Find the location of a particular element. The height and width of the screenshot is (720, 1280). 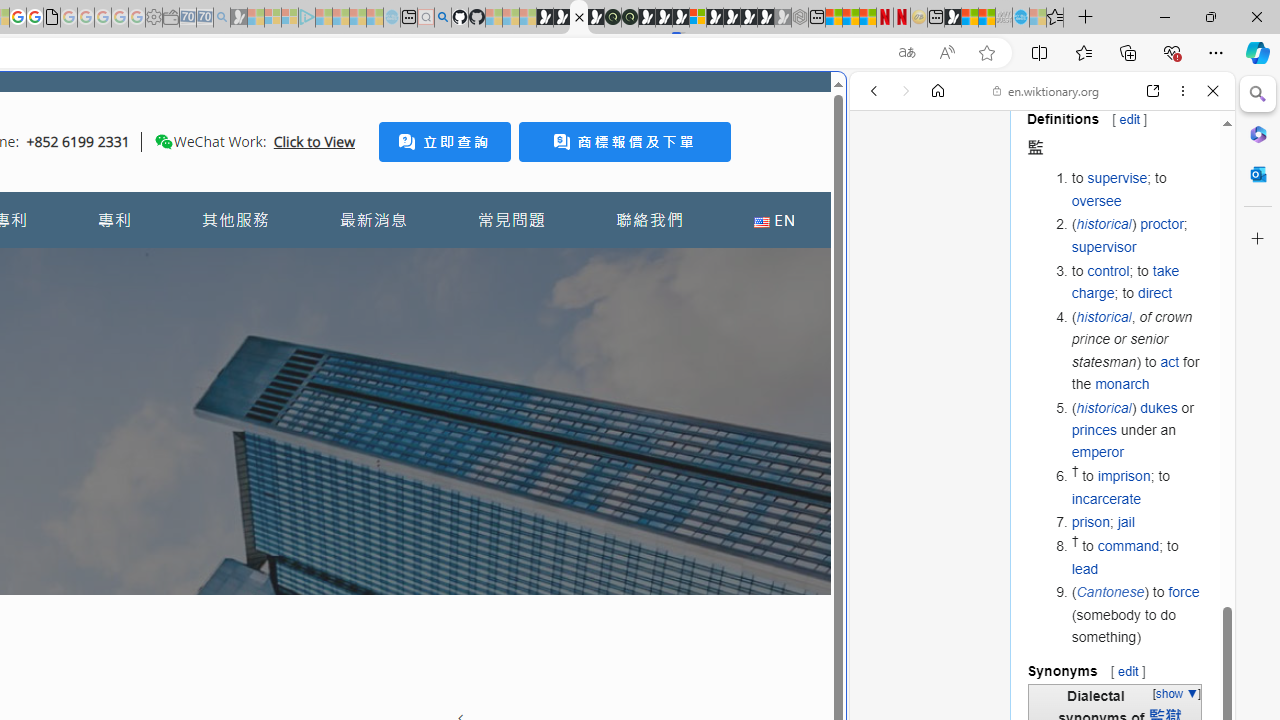

'proctor' is located at coordinates (1162, 224).